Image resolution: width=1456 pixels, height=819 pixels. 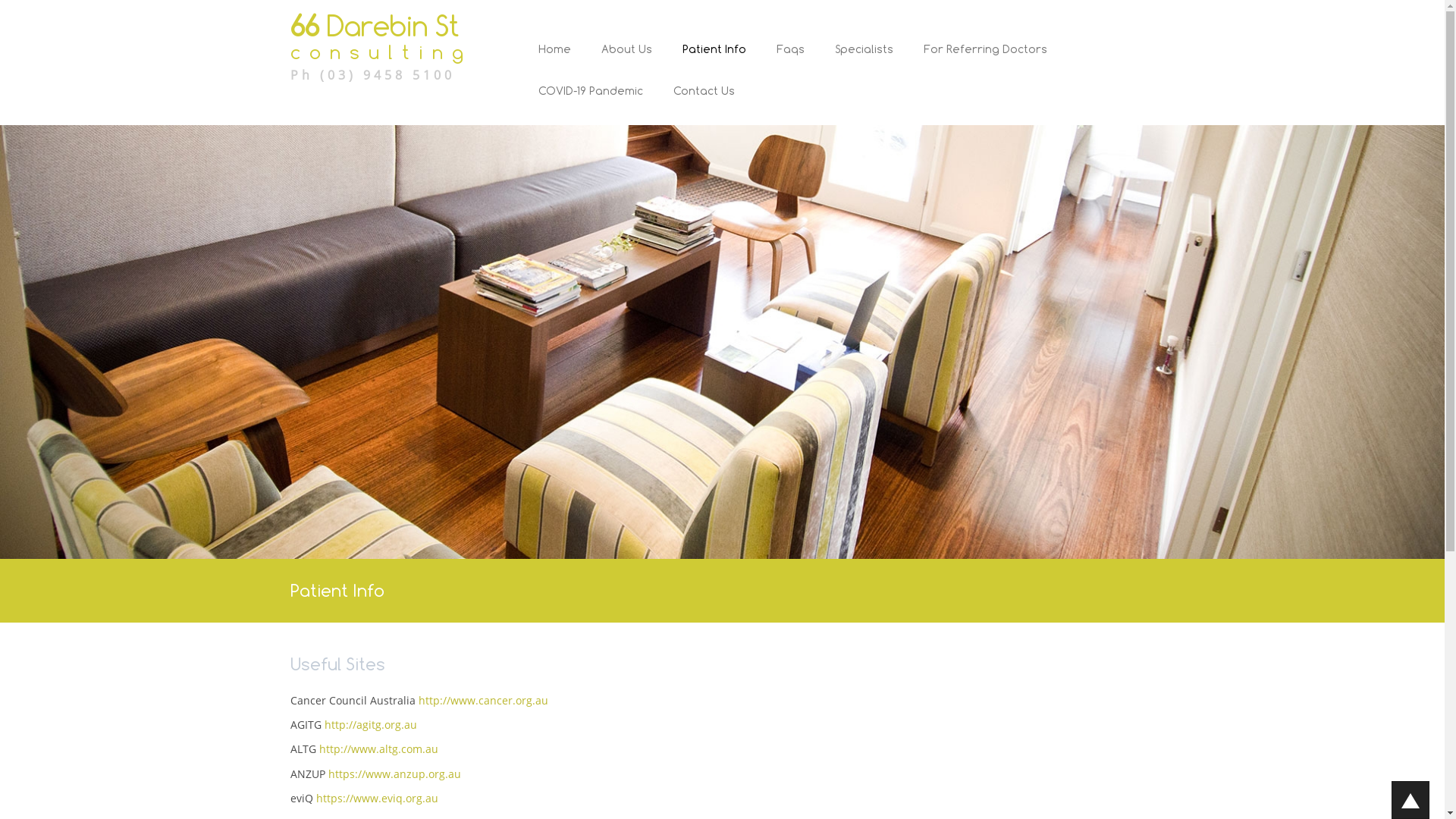 I want to click on 'Faqs', so click(x=789, y=61).